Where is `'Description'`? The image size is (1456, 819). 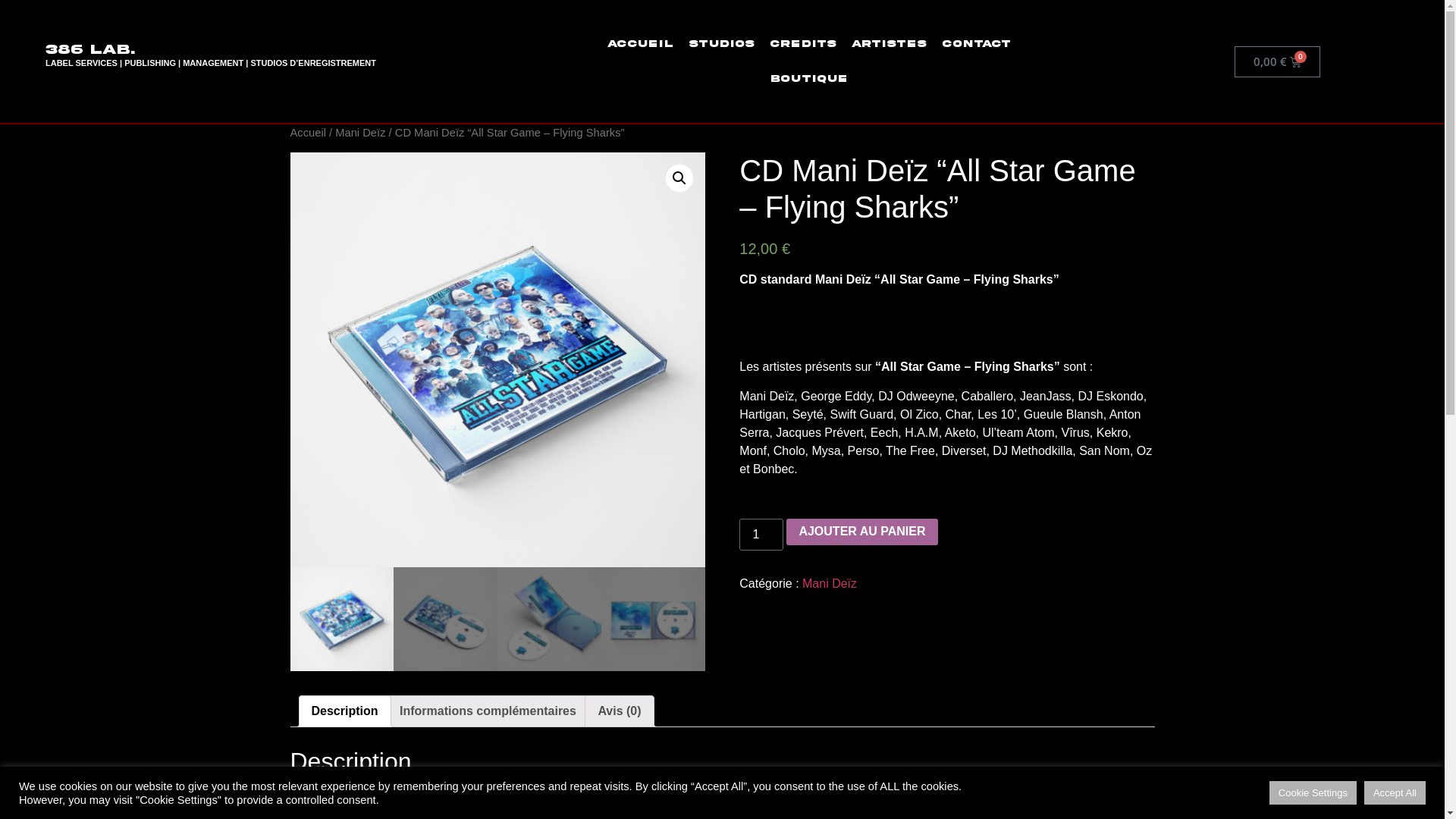 'Description' is located at coordinates (309, 711).